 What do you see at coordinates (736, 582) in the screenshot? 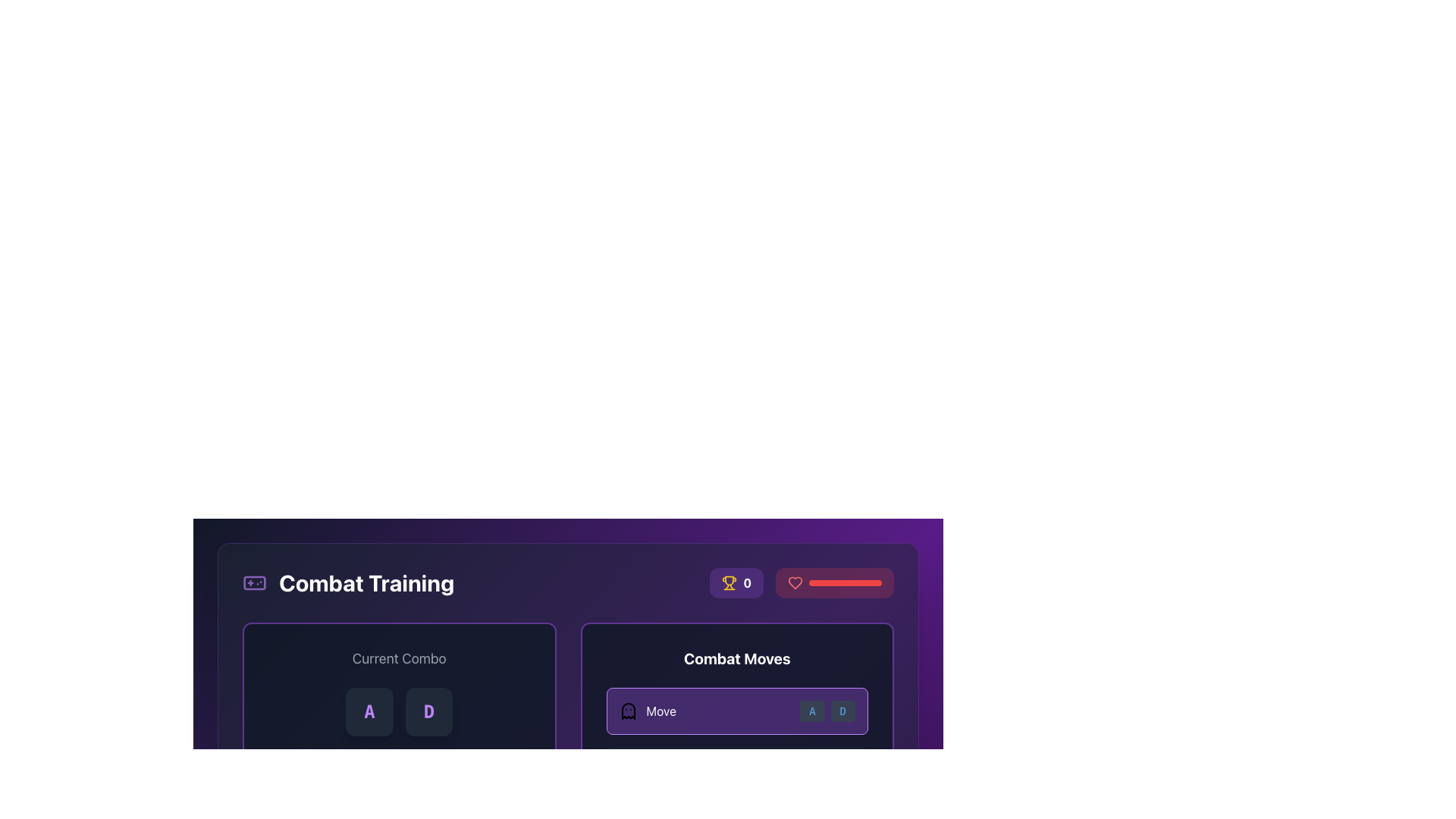
I see `the Display badge button, which has a light purple background, rounded corners, a yellow trophy icon on the left, and a bold white number '0' on the right` at bounding box center [736, 582].